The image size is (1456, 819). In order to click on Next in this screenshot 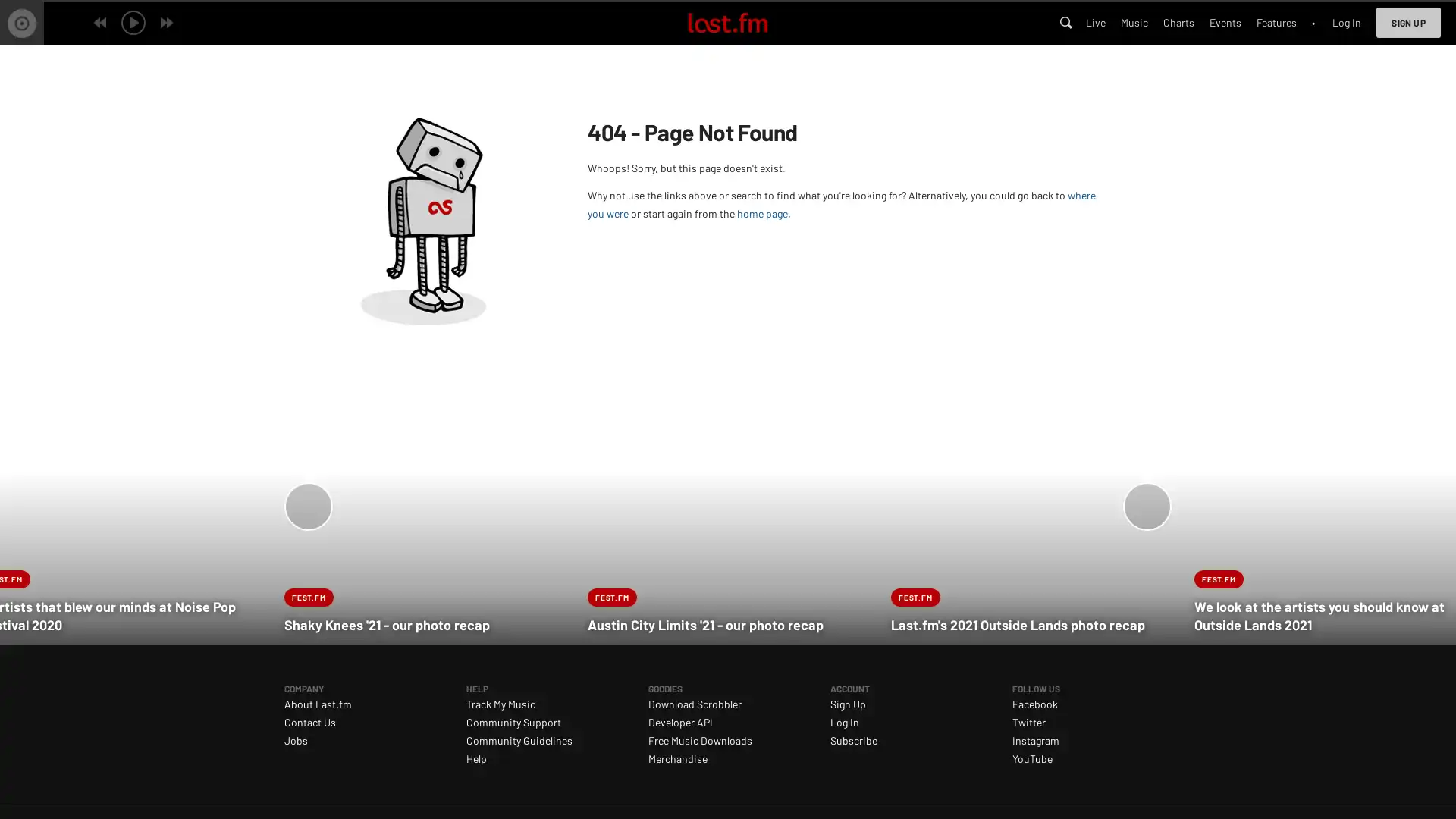, I will do `click(1153, 504)`.